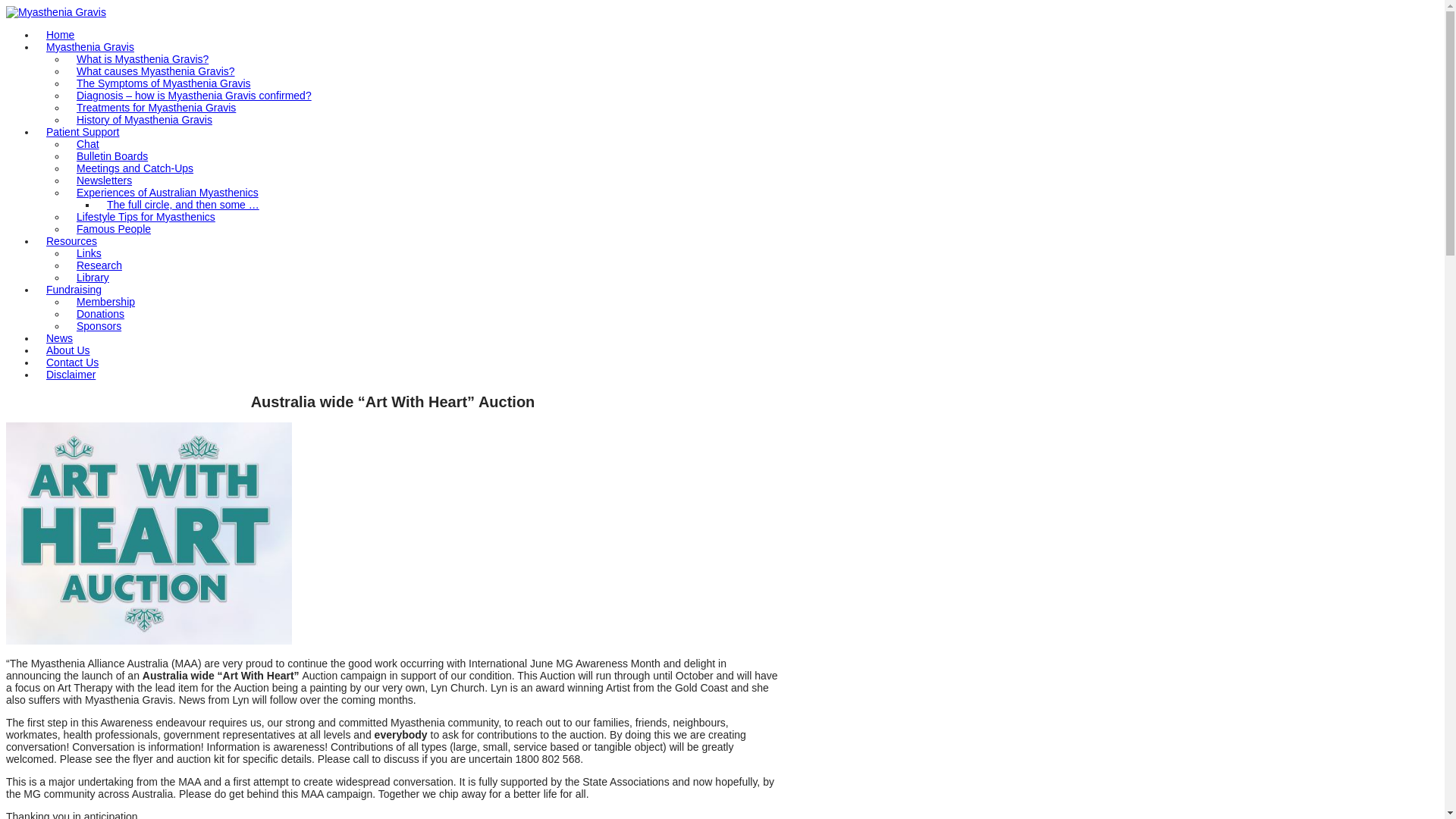 The width and height of the screenshot is (1456, 819). What do you see at coordinates (167, 192) in the screenshot?
I see `'Experiences of Australian Myasthenics'` at bounding box center [167, 192].